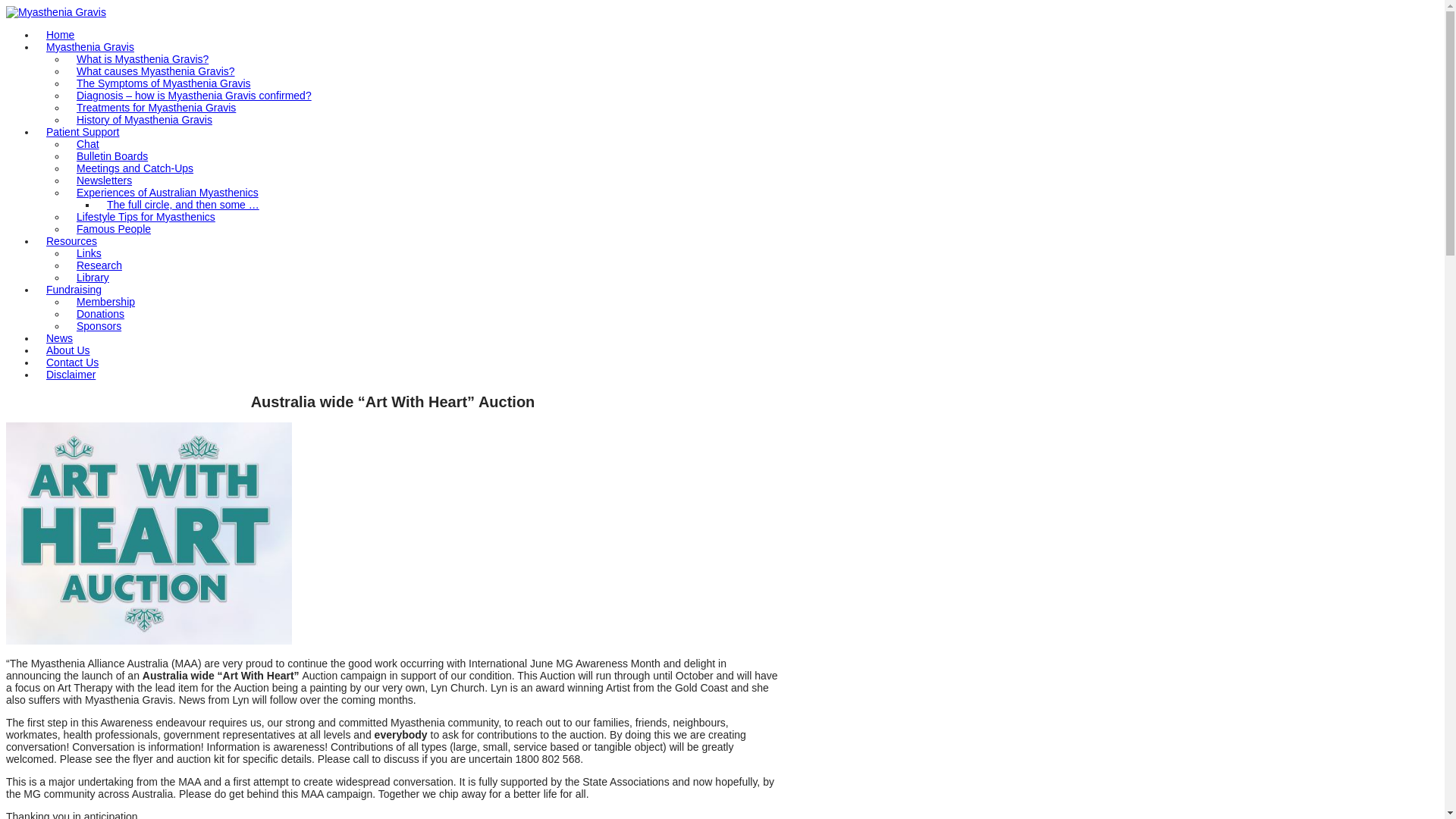 The width and height of the screenshot is (1456, 819). What do you see at coordinates (167, 192) in the screenshot?
I see `'Experiences of Australian Myasthenics'` at bounding box center [167, 192].